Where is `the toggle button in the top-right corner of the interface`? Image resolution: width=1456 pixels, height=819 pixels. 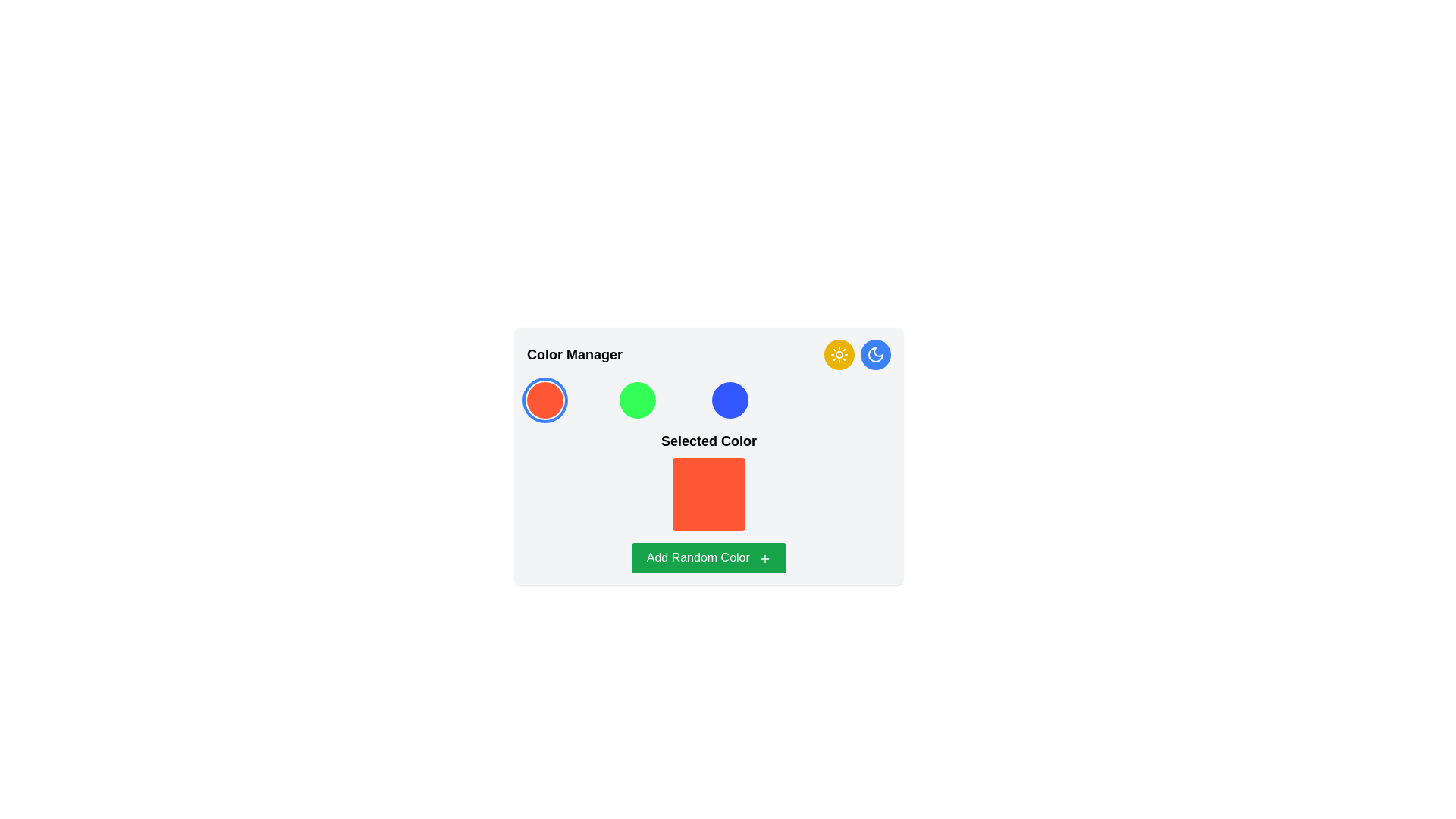 the toggle button in the top-right corner of the interface is located at coordinates (839, 354).